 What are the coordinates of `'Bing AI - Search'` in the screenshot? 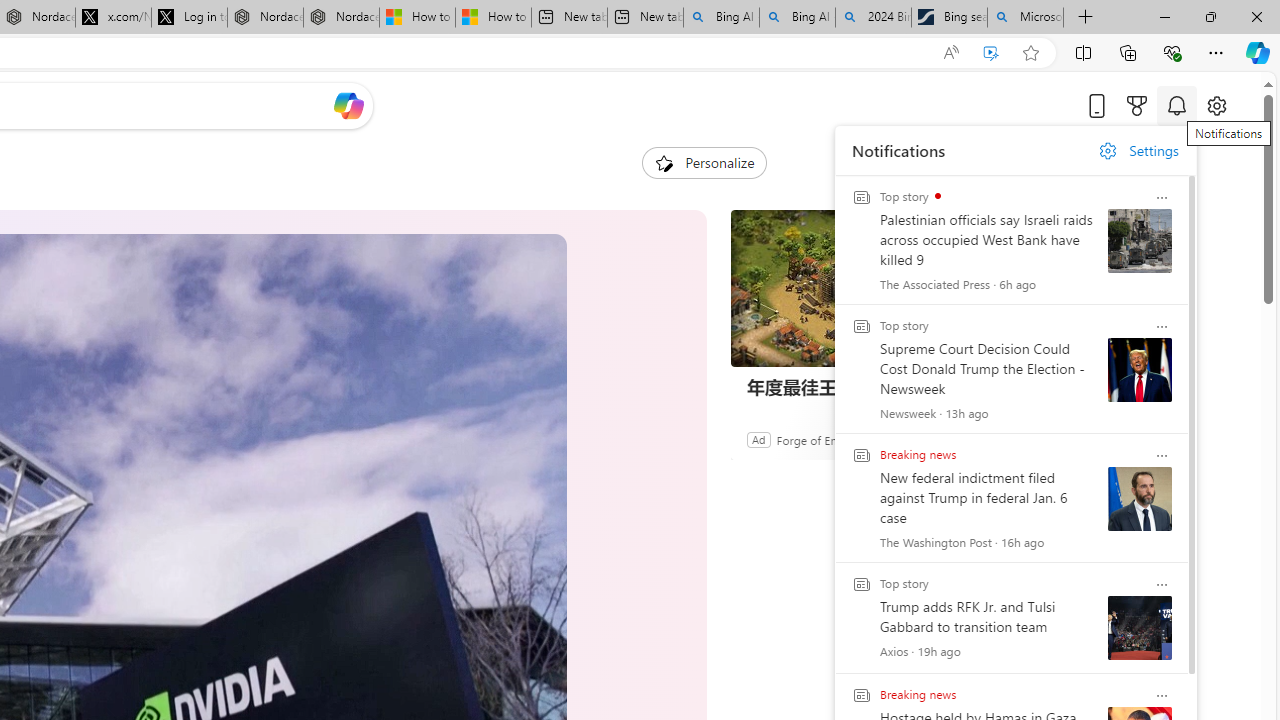 It's located at (796, 17).